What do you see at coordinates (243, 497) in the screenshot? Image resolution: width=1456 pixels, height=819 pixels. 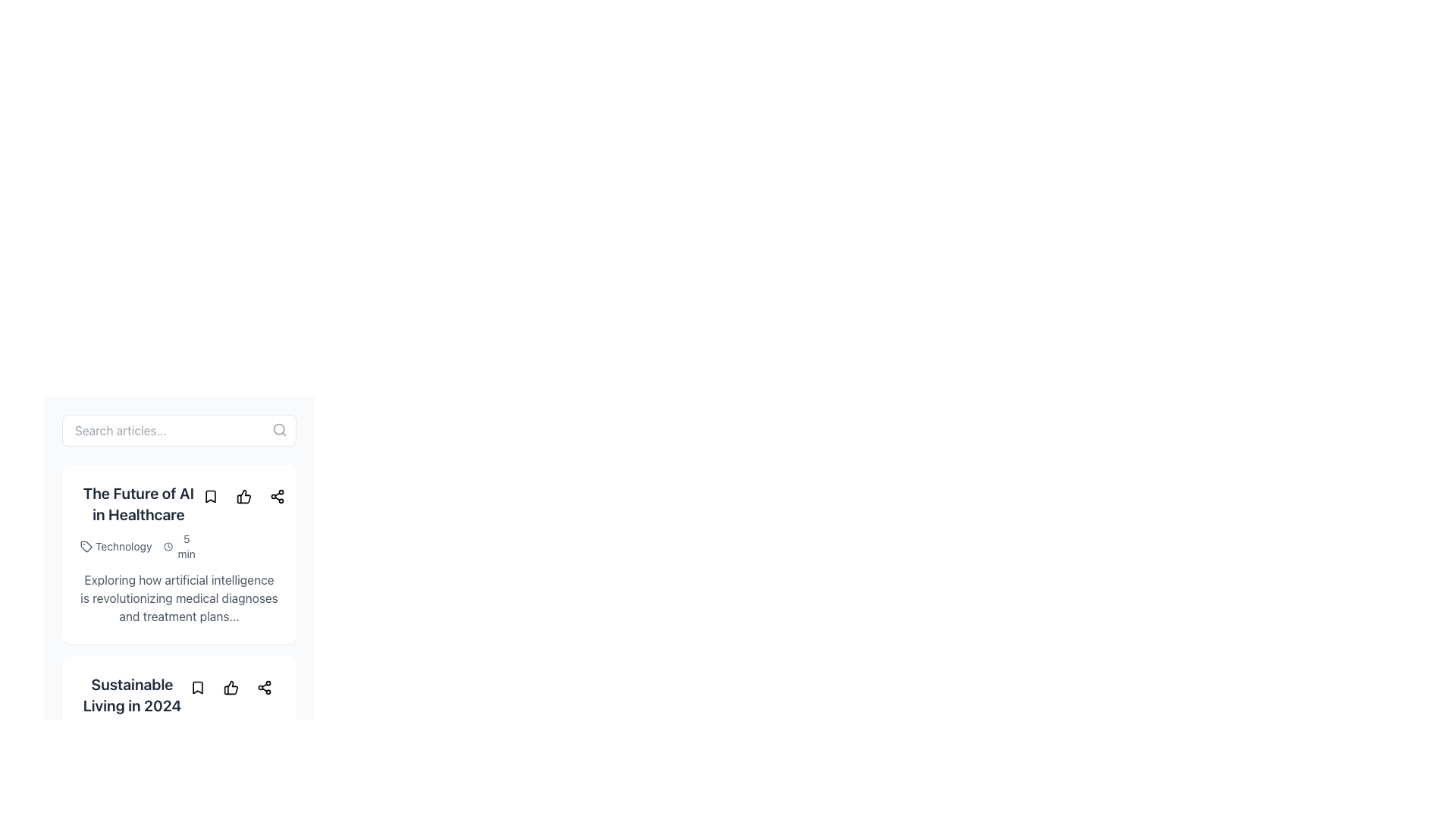 I see `the thumbs-up icon, which is the second icon in the row of three icons (bookmark, thumbs-up, share) located in the top-right corner of the article card titled 'The Future of AI in Healthcare'` at bounding box center [243, 497].